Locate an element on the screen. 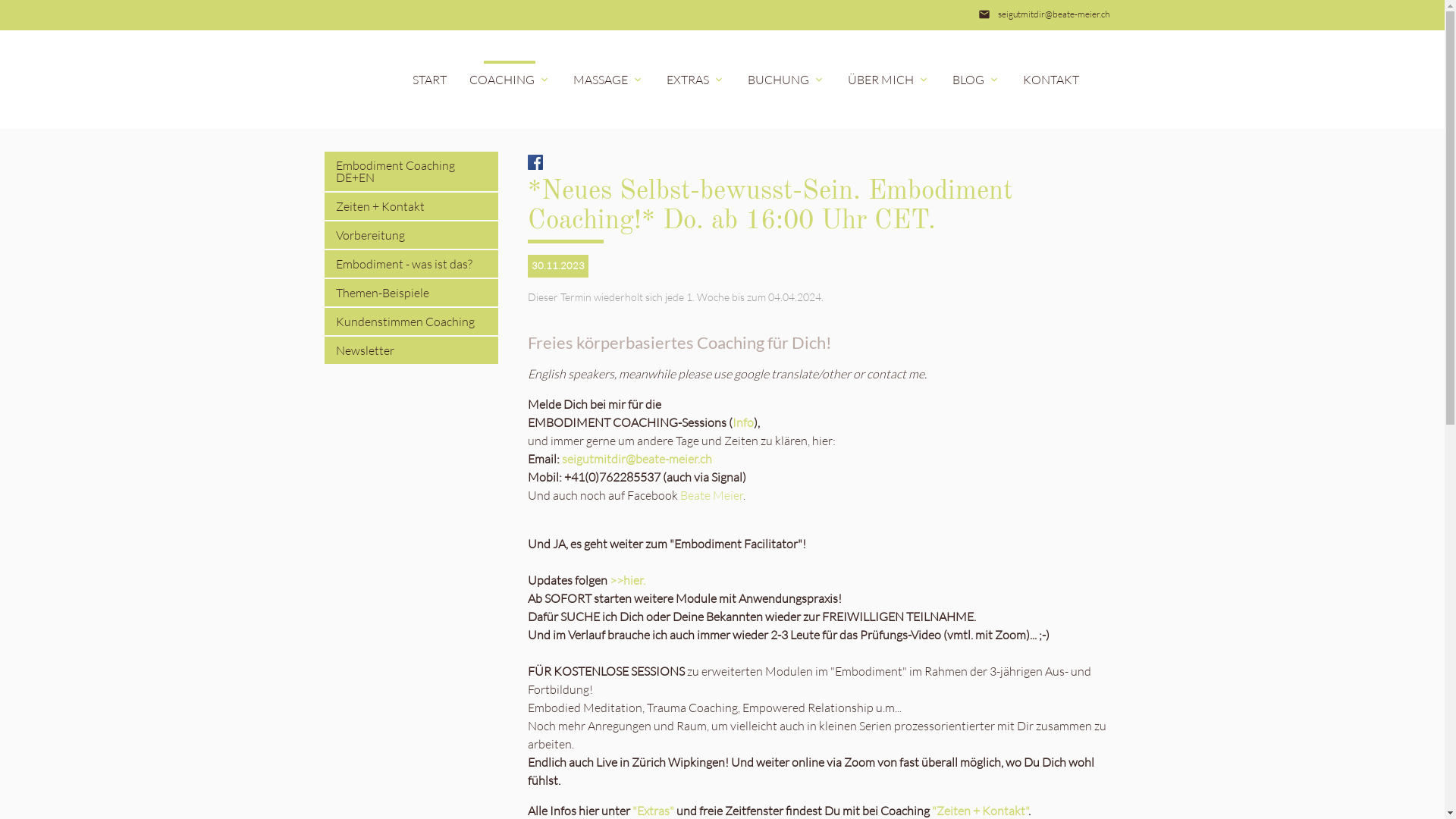 Image resolution: width=1456 pixels, height=819 pixels. 'Auf Facebook teilen' is located at coordinates (528, 161).